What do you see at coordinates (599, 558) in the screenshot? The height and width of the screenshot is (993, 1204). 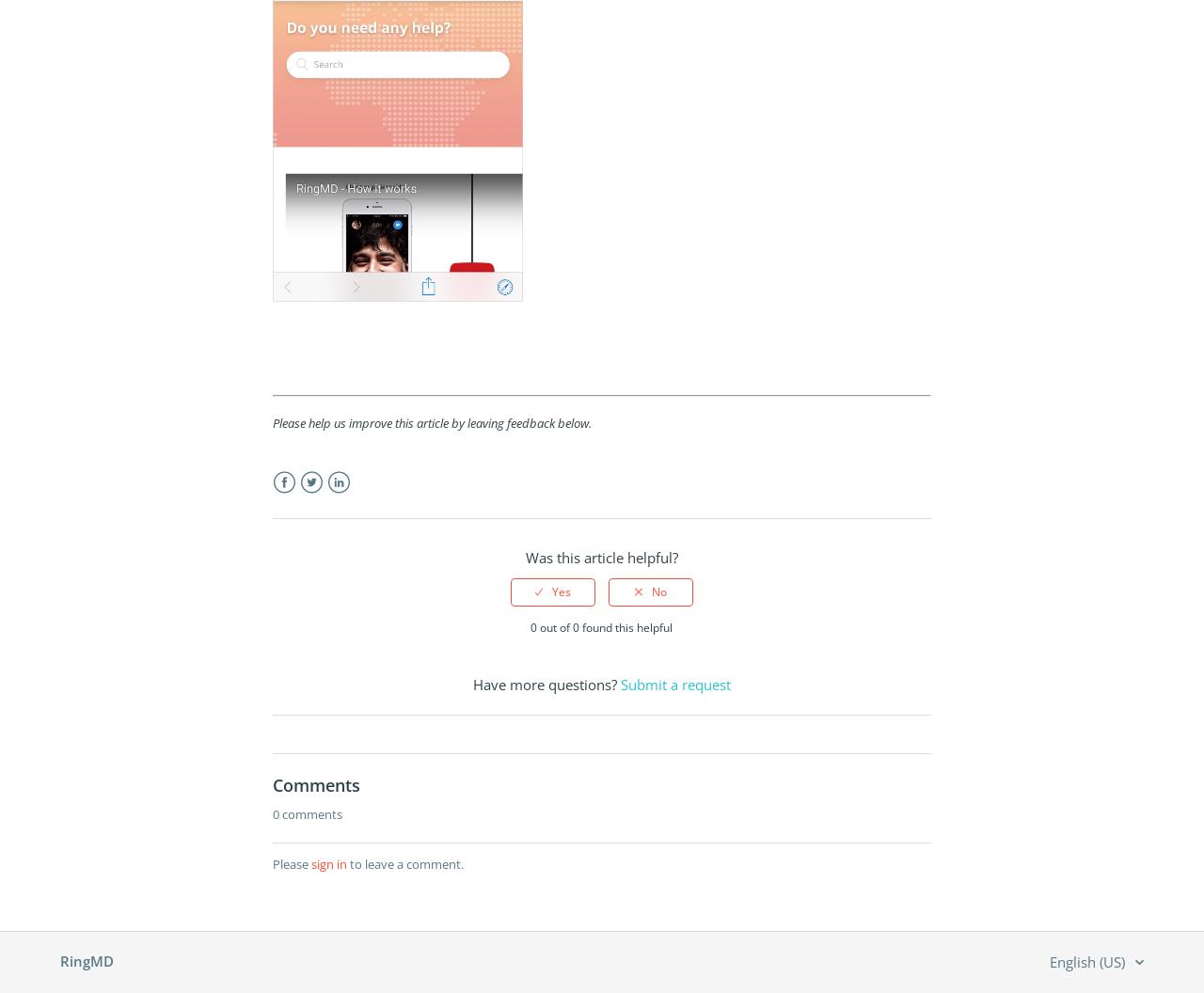 I see `'Was this article helpful?'` at bounding box center [599, 558].